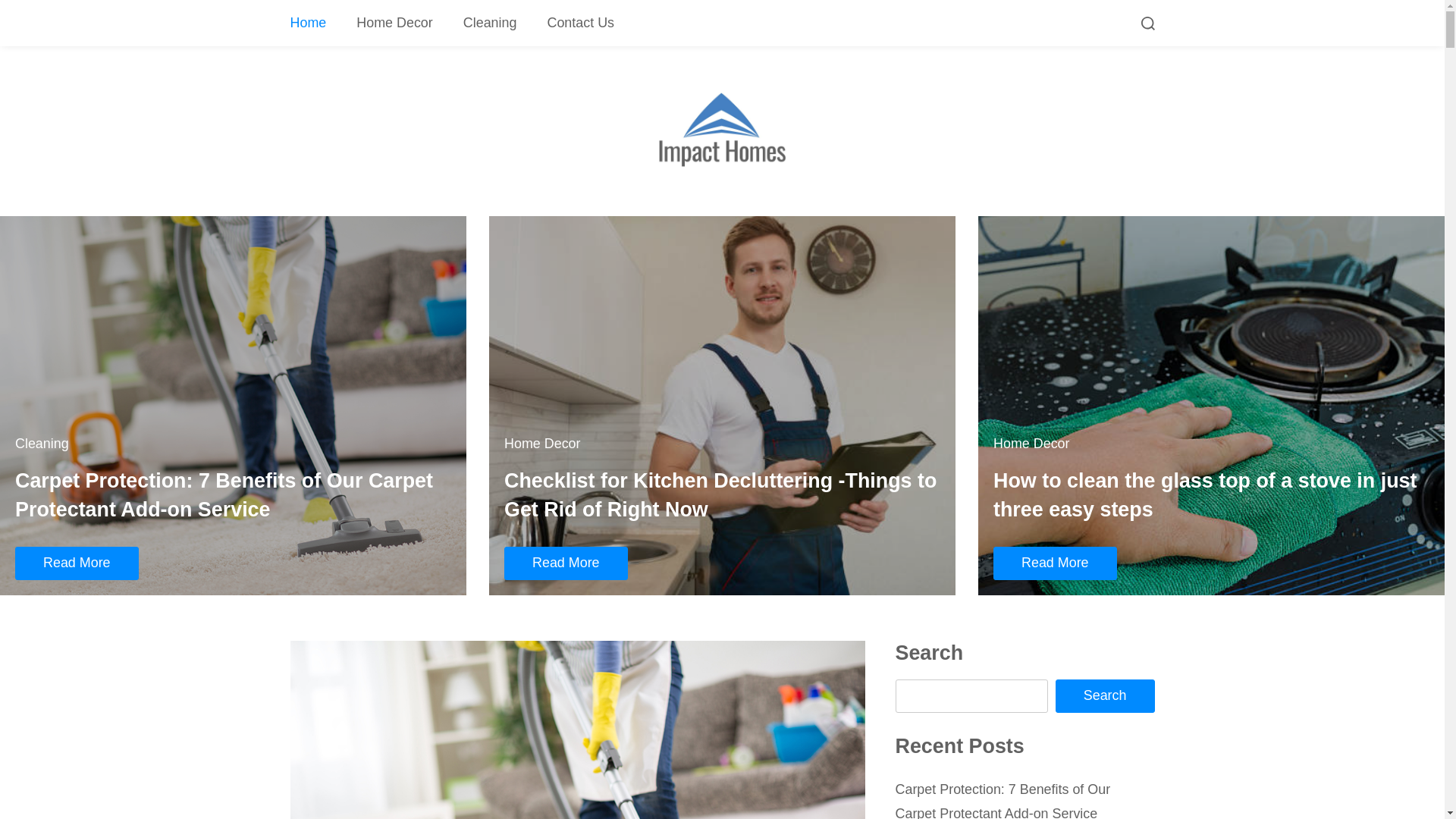  I want to click on 'Home Decor', so click(394, 23).